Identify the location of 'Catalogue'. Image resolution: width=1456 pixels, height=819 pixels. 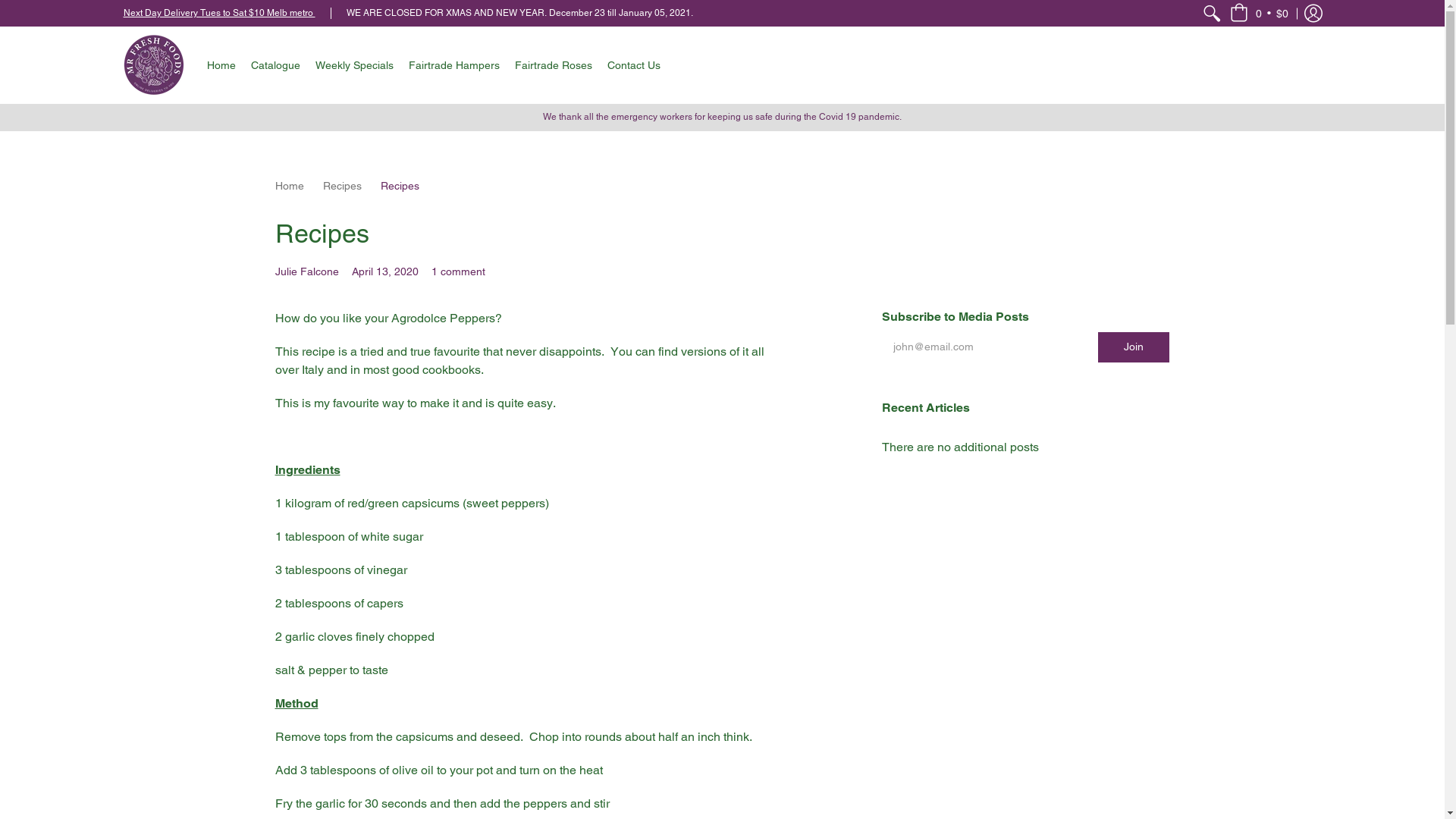
(275, 64).